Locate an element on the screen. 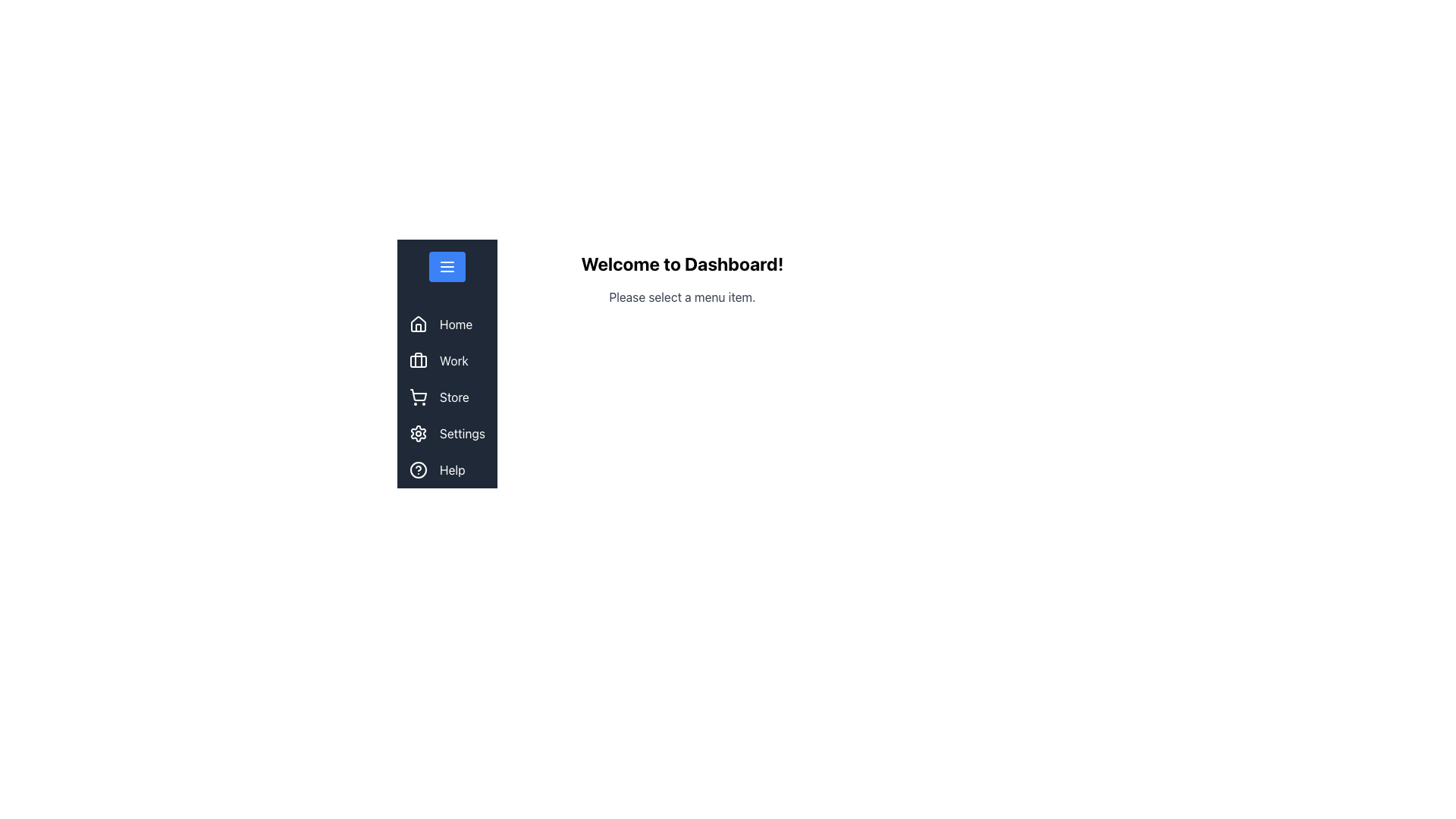 This screenshot has width=1456, height=819. the circular help icon with a question mark inside, located at the bottom of the vertical navigation menu is located at coordinates (419, 469).